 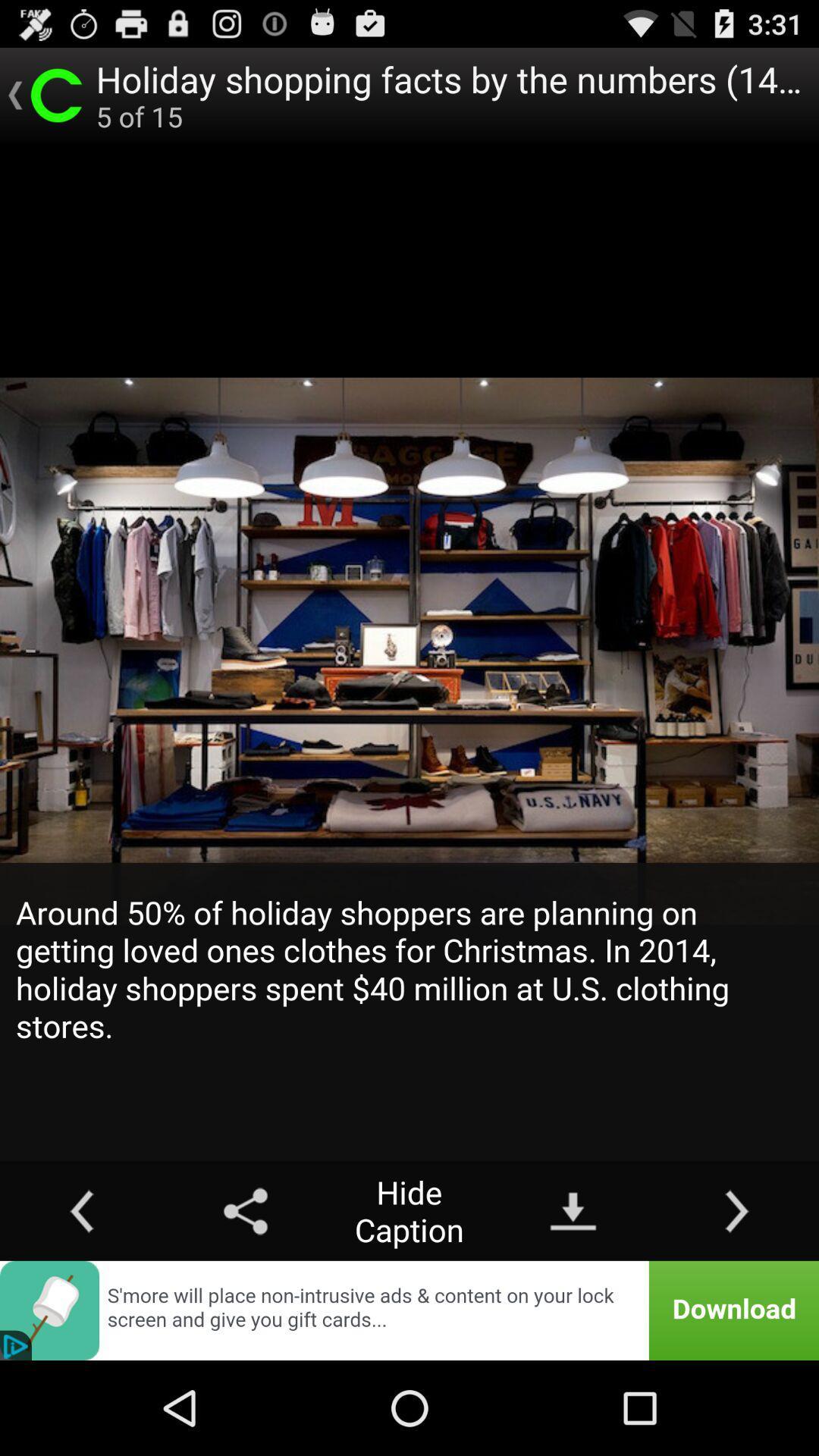 What do you see at coordinates (409, 1210) in the screenshot?
I see `the hide caption icon` at bounding box center [409, 1210].